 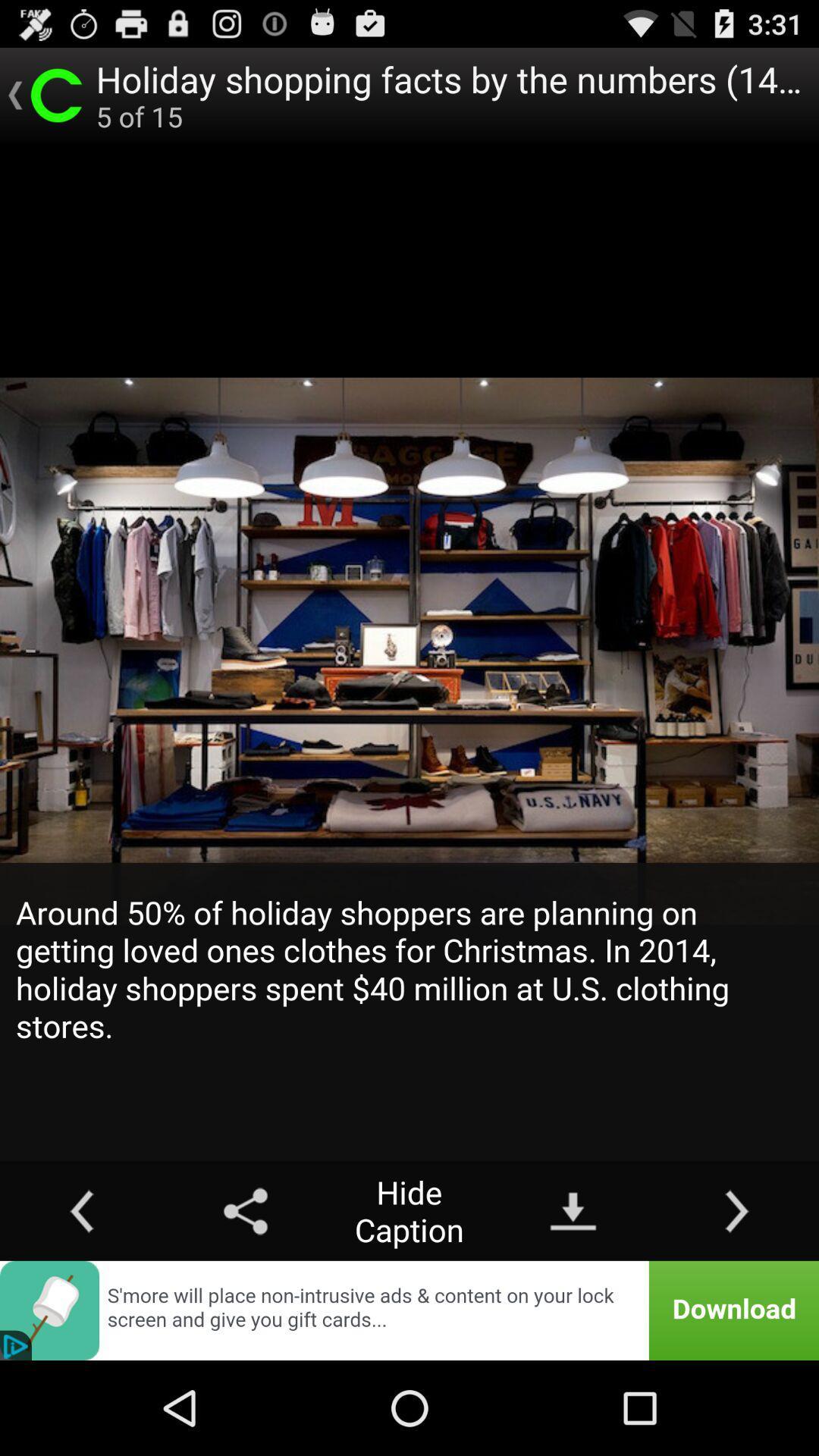 What do you see at coordinates (409, 1210) in the screenshot?
I see `the hide caption icon` at bounding box center [409, 1210].